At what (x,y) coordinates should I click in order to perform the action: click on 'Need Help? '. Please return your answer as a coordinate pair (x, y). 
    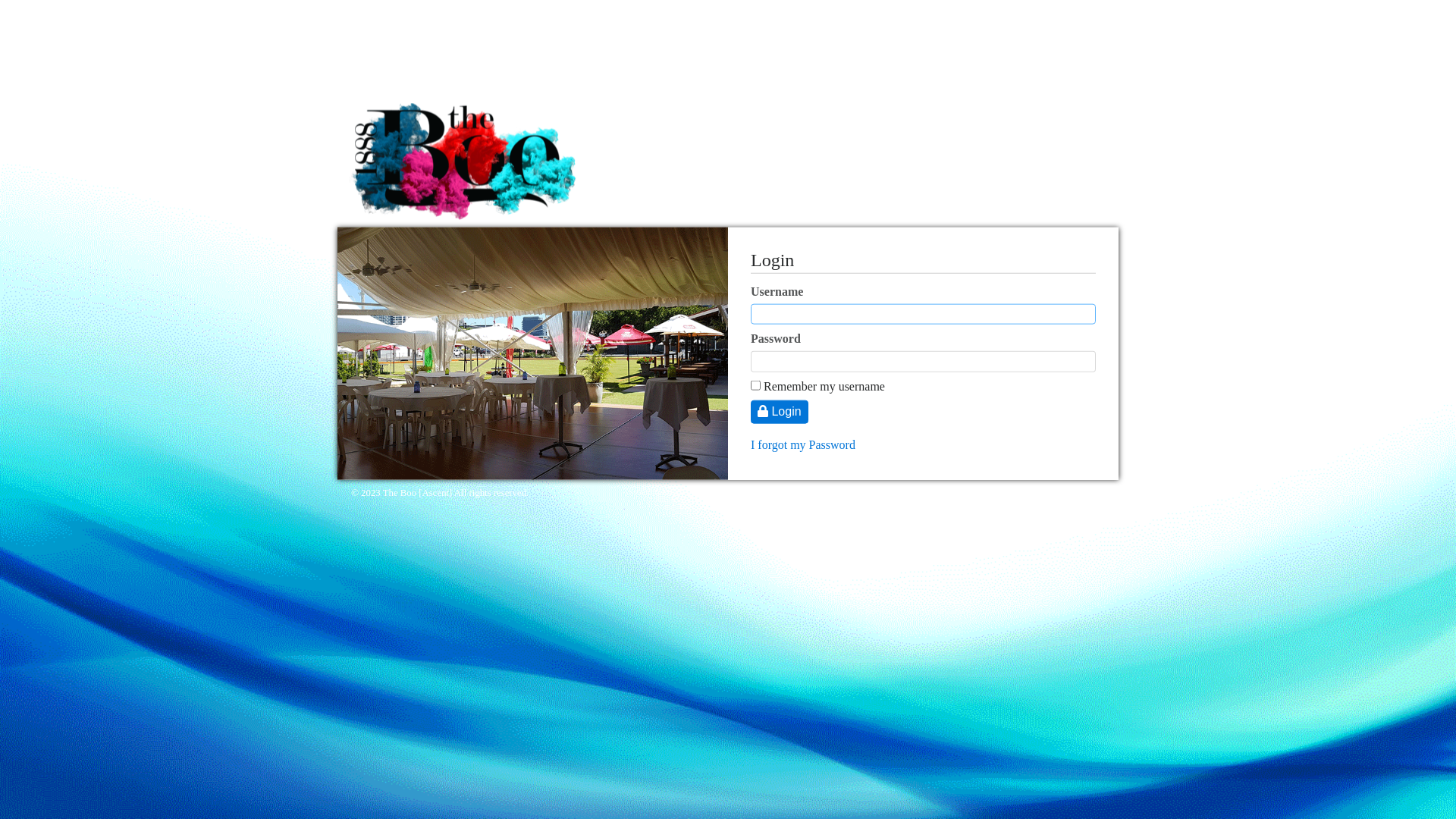
    Looking at the image, I should click on (1081, 493).